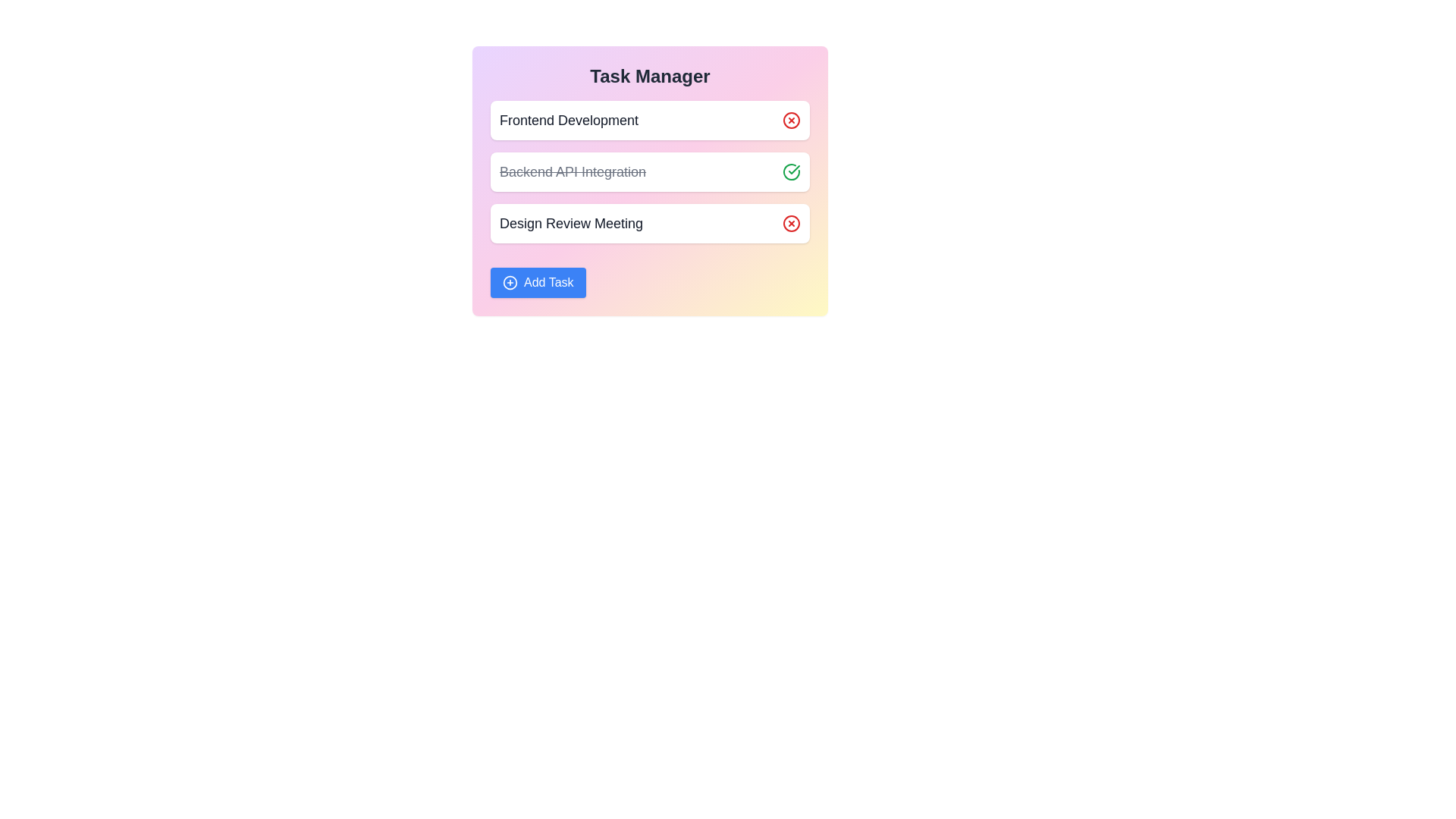  What do you see at coordinates (790, 171) in the screenshot?
I see `the checkmark icon next to the 'Backend API Integration' task to indicate its completion` at bounding box center [790, 171].